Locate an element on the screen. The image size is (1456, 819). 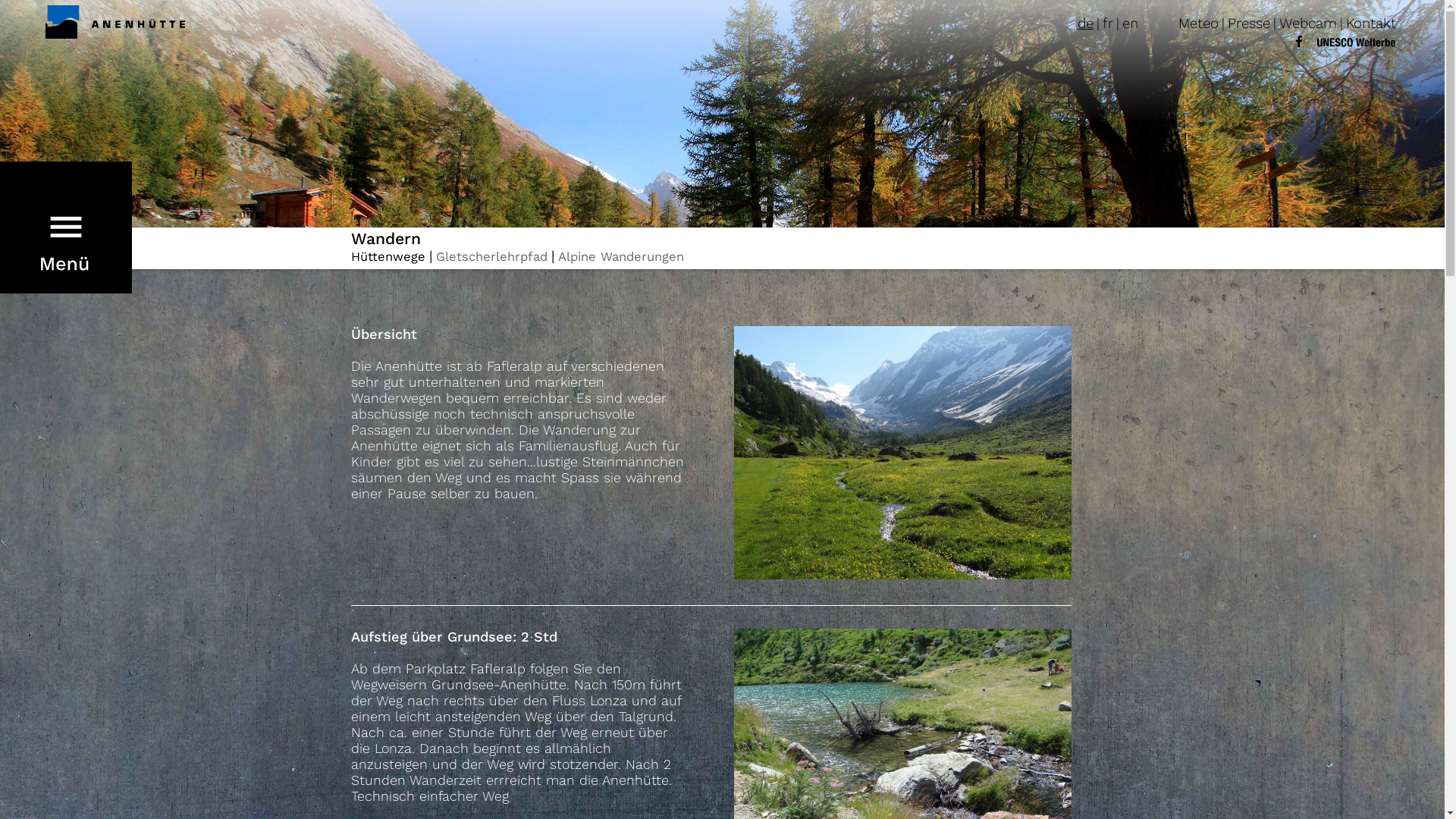
'de' is located at coordinates (1084, 23).